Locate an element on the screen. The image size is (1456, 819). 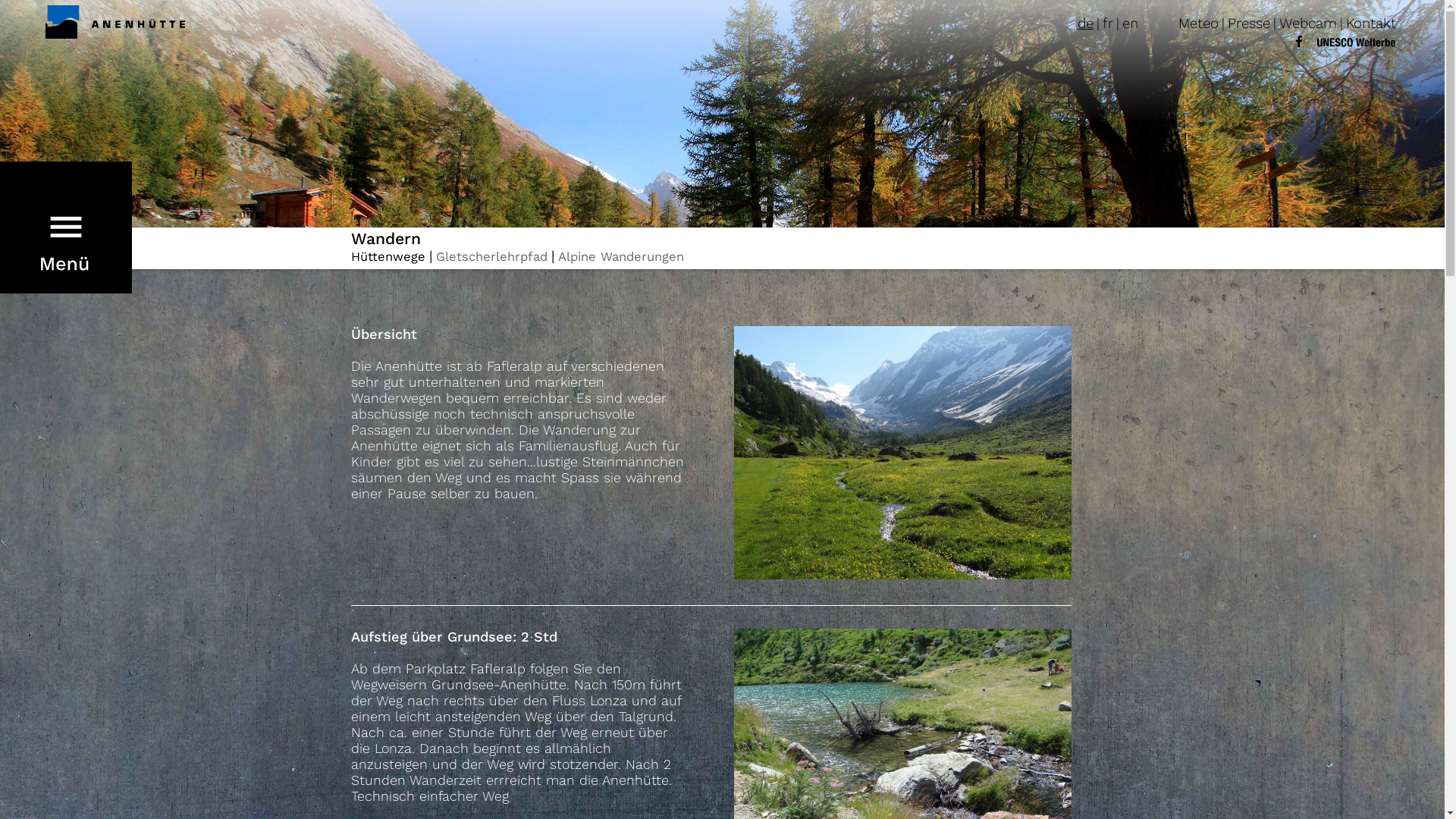
'de' is located at coordinates (1084, 23).